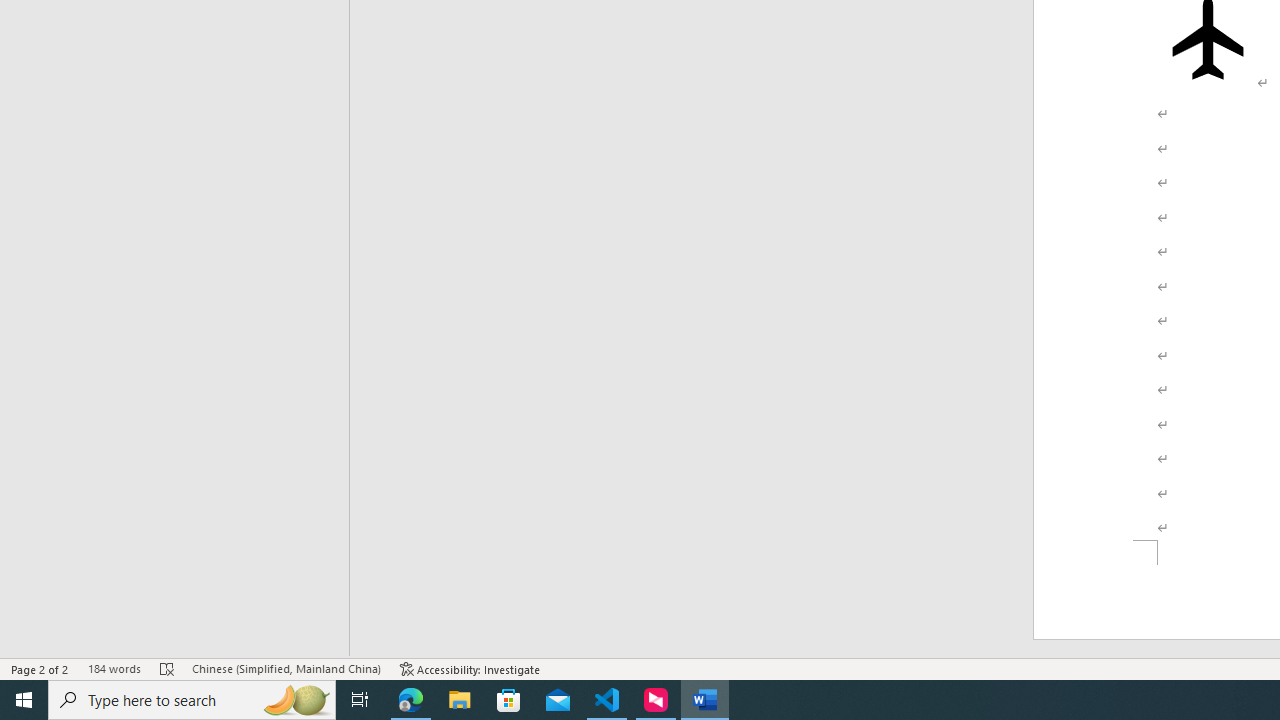 The width and height of the screenshot is (1280, 720). Describe the element at coordinates (168, 669) in the screenshot. I see `'Spelling and Grammar Check Errors'` at that location.